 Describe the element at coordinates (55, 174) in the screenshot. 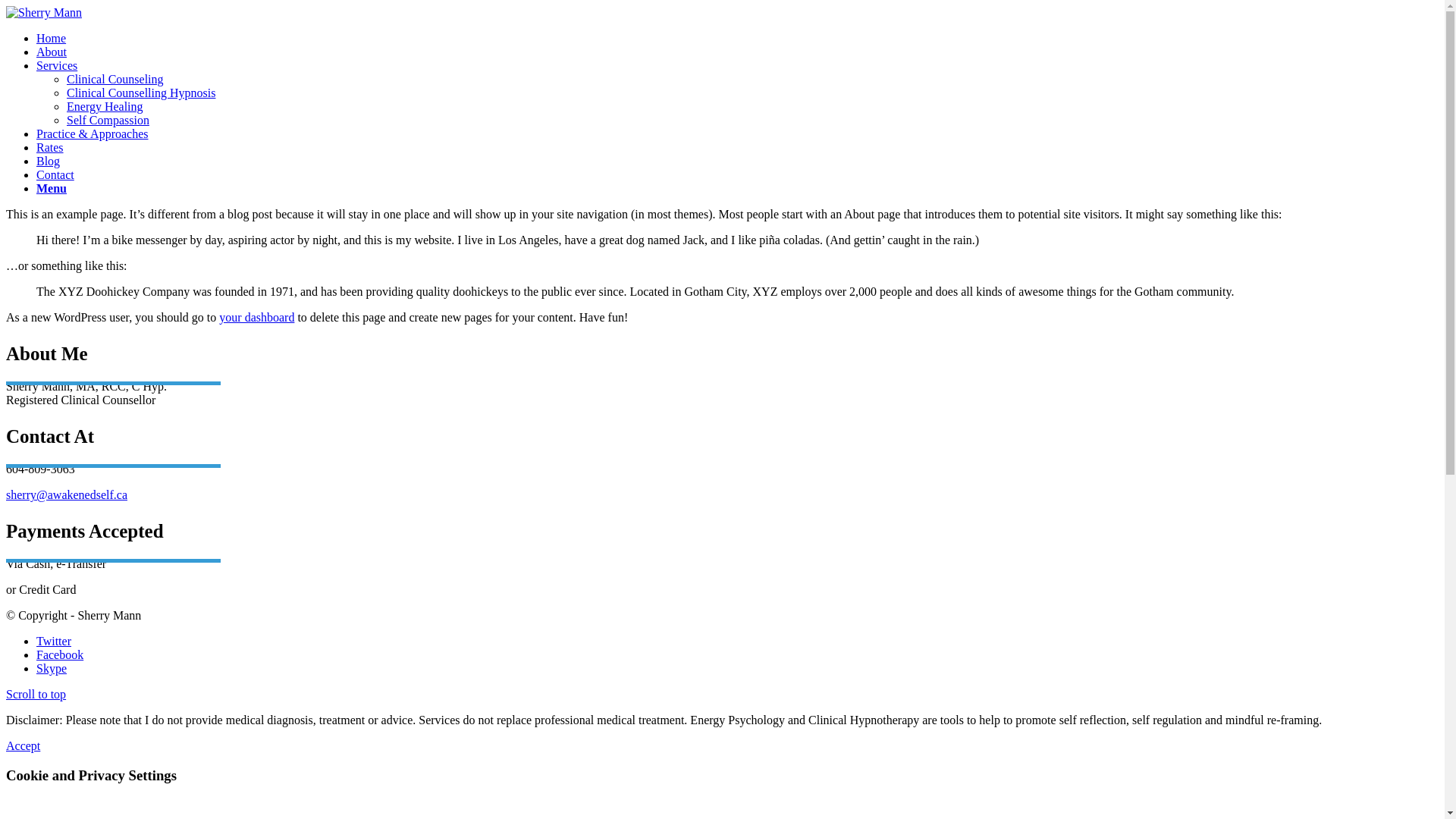

I see `'Contact'` at that location.